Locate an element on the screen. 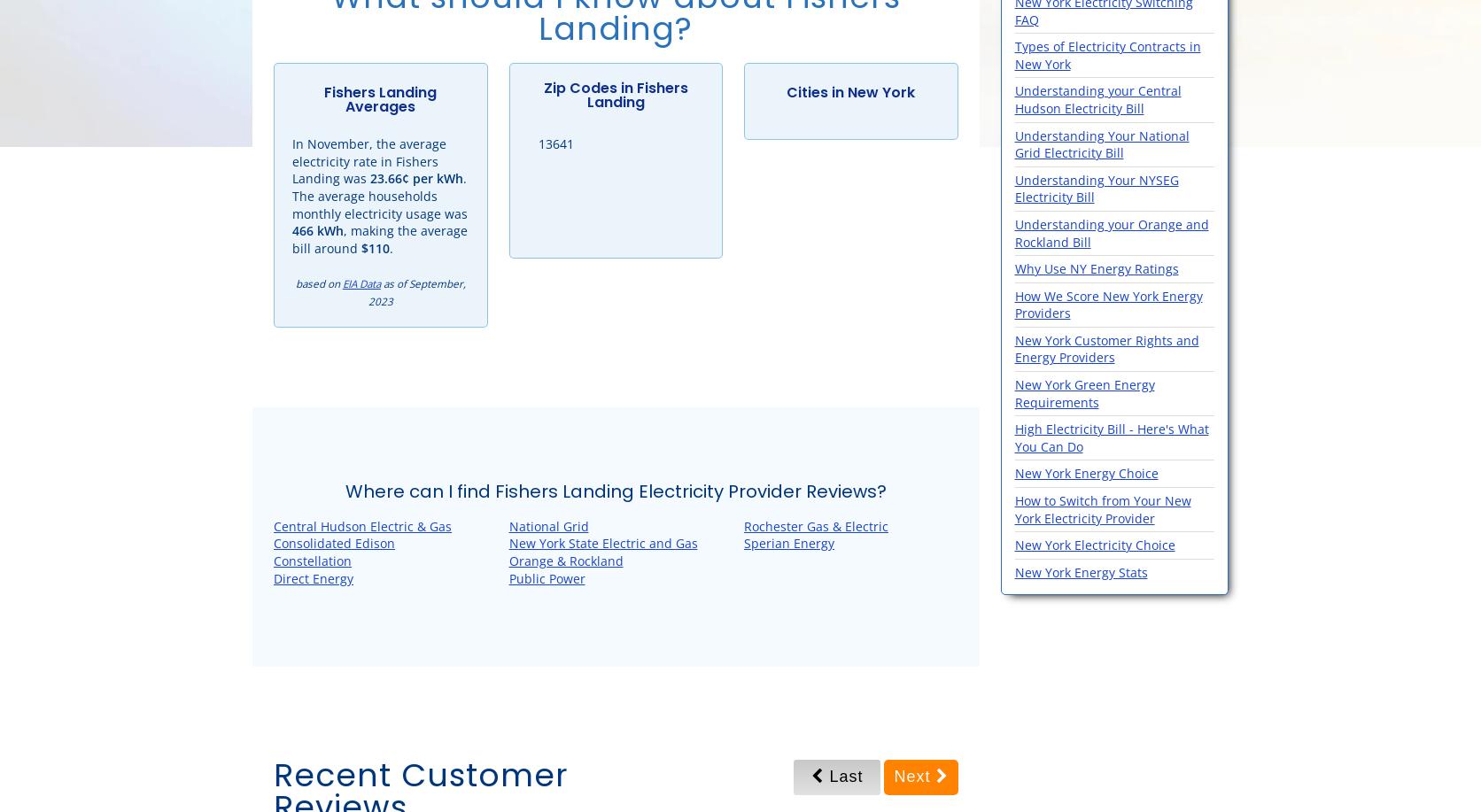 The height and width of the screenshot is (812, 1481). 'New York Energy Choice' is located at coordinates (1013, 473).